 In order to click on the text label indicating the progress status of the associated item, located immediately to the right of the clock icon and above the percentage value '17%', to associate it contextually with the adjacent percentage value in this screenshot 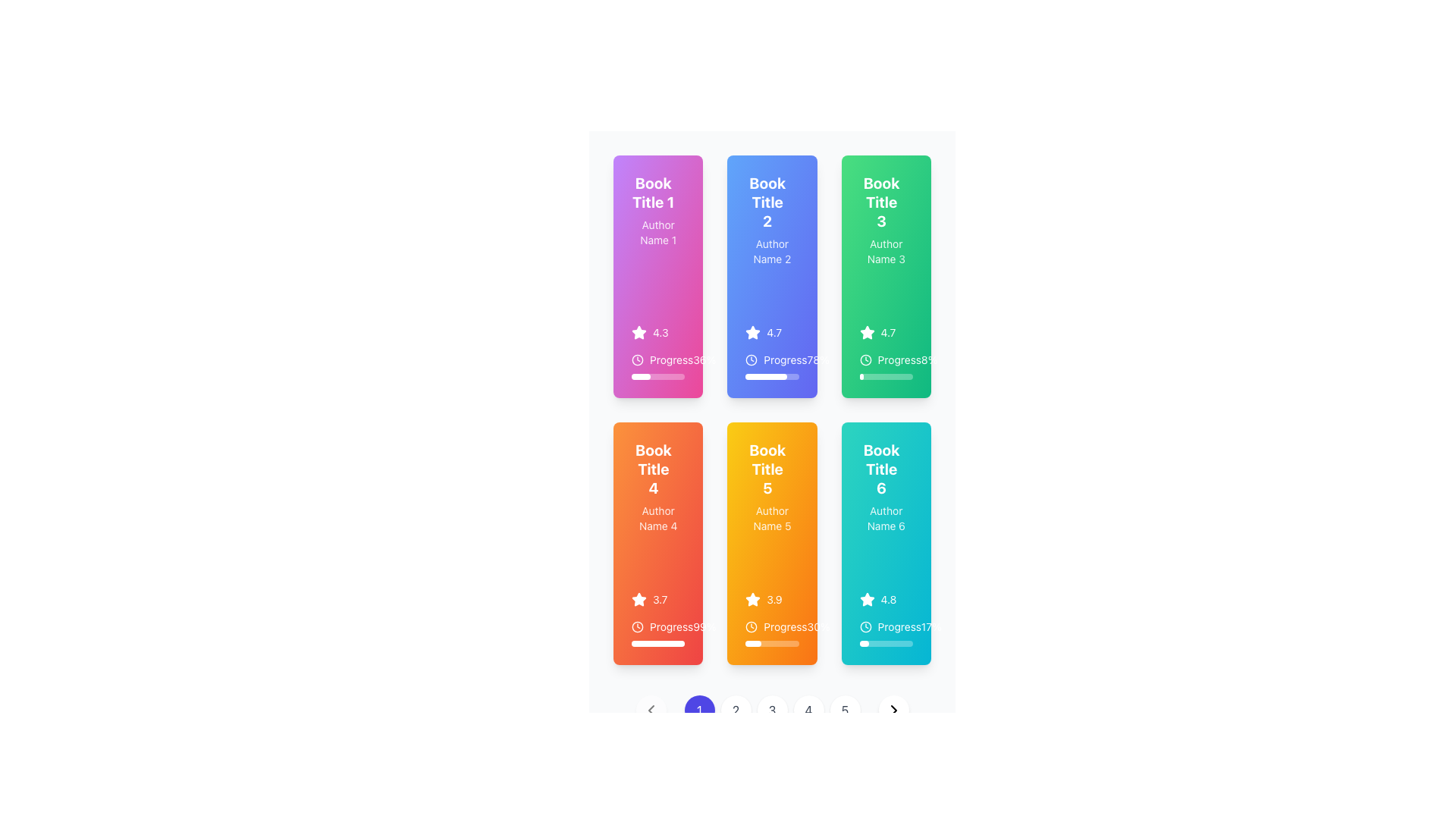, I will do `click(890, 626)`.